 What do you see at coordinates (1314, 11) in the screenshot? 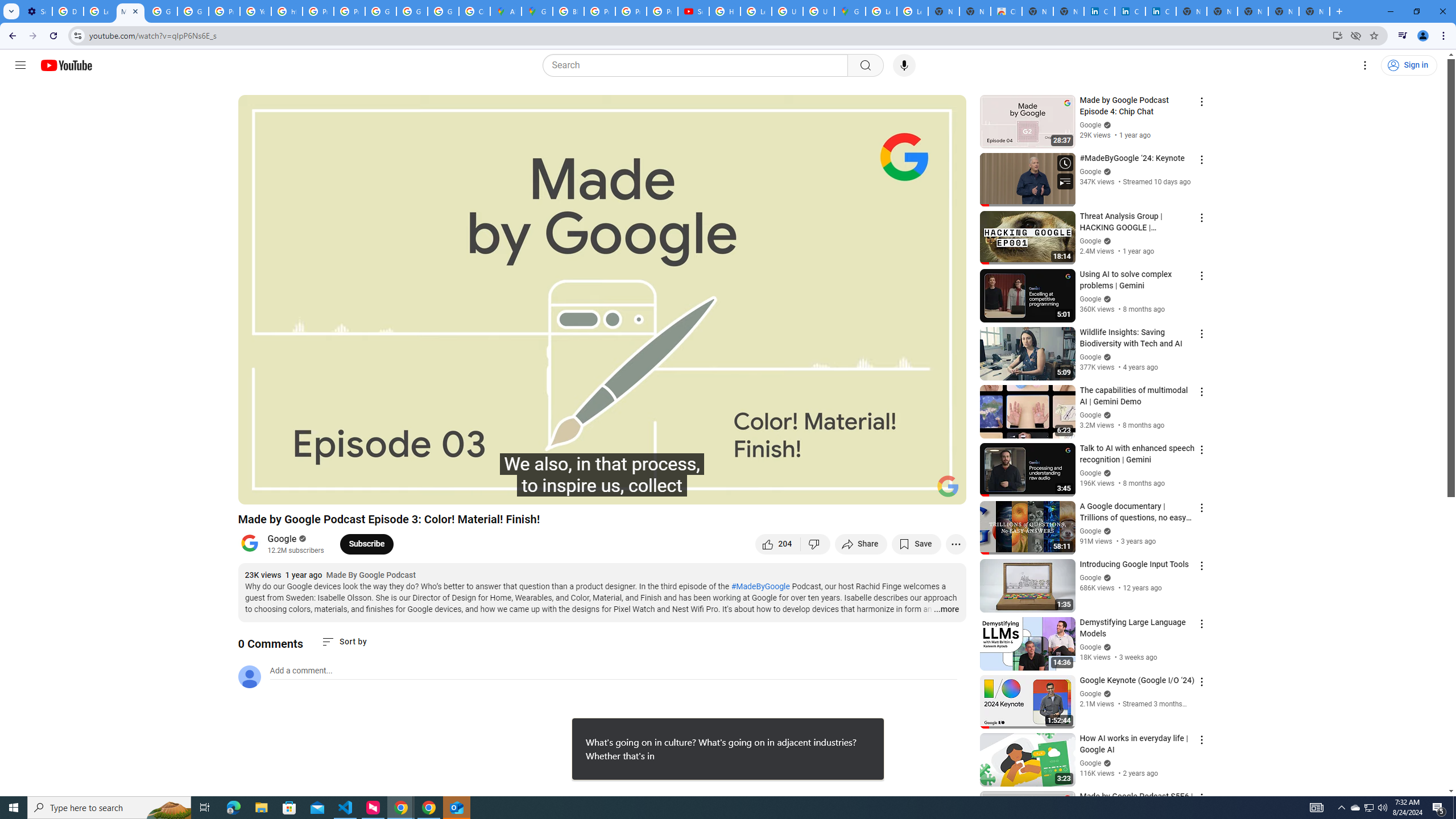
I see `'New Tab'` at bounding box center [1314, 11].